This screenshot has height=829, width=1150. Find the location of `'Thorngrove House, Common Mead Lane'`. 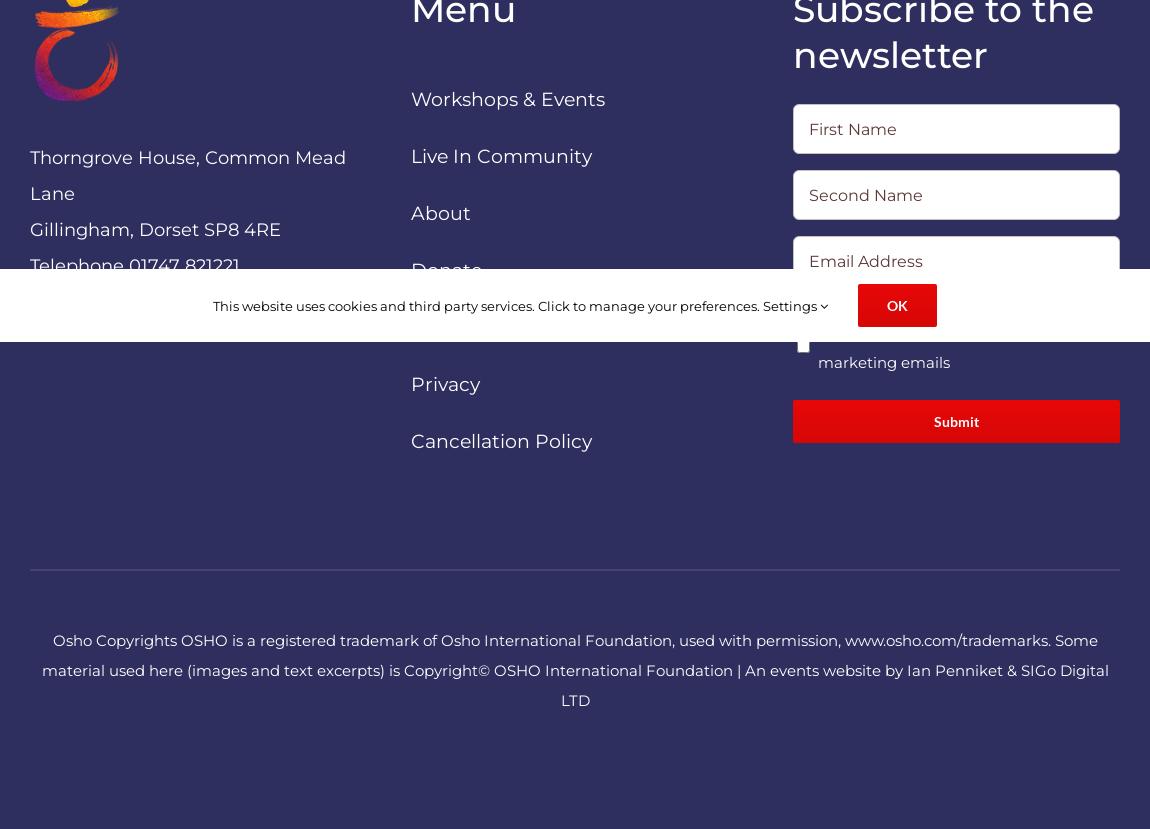

'Thorngrove House, Common Mead Lane' is located at coordinates (185, 175).